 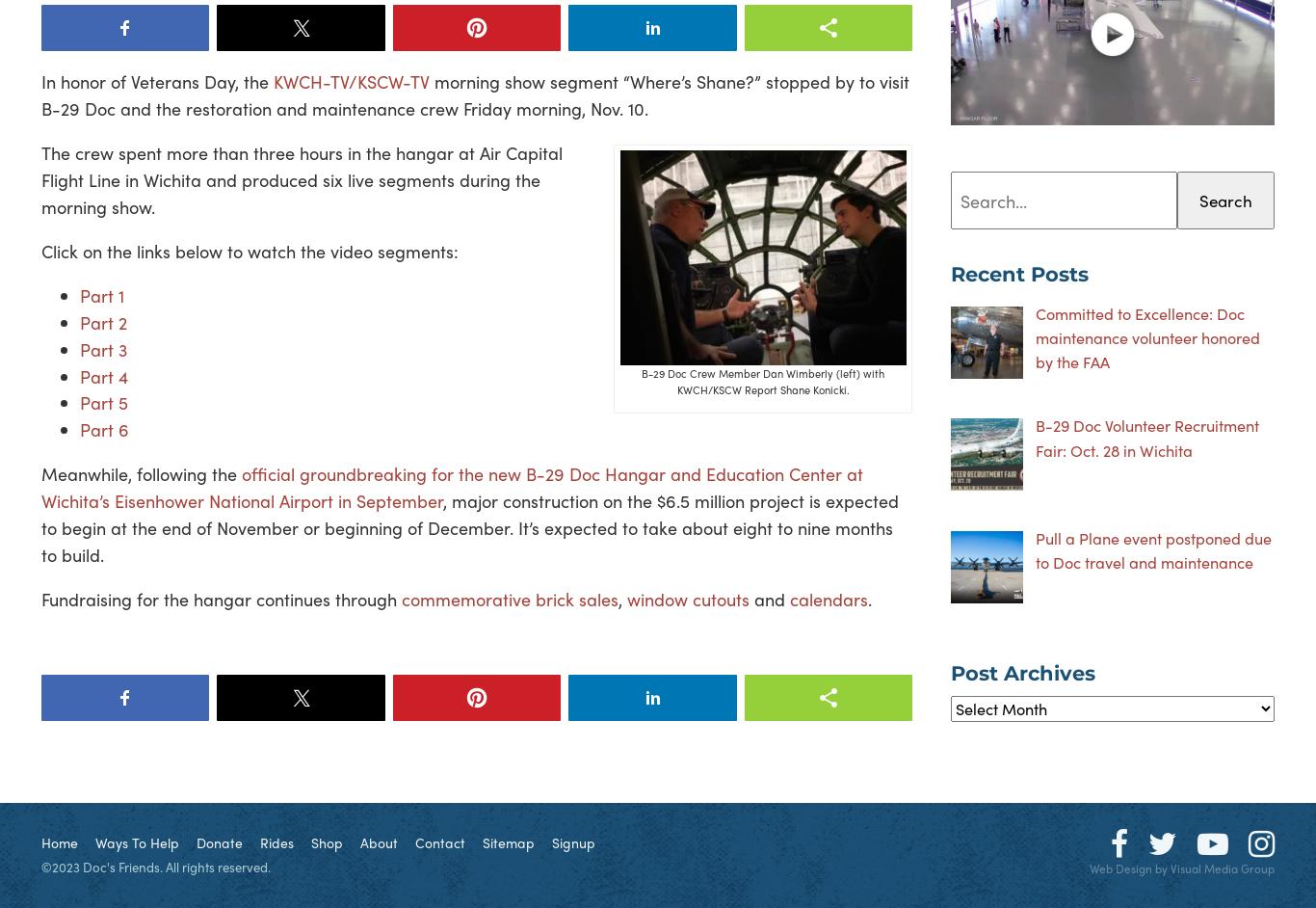 What do you see at coordinates (80, 402) in the screenshot?
I see `'Part 5'` at bounding box center [80, 402].